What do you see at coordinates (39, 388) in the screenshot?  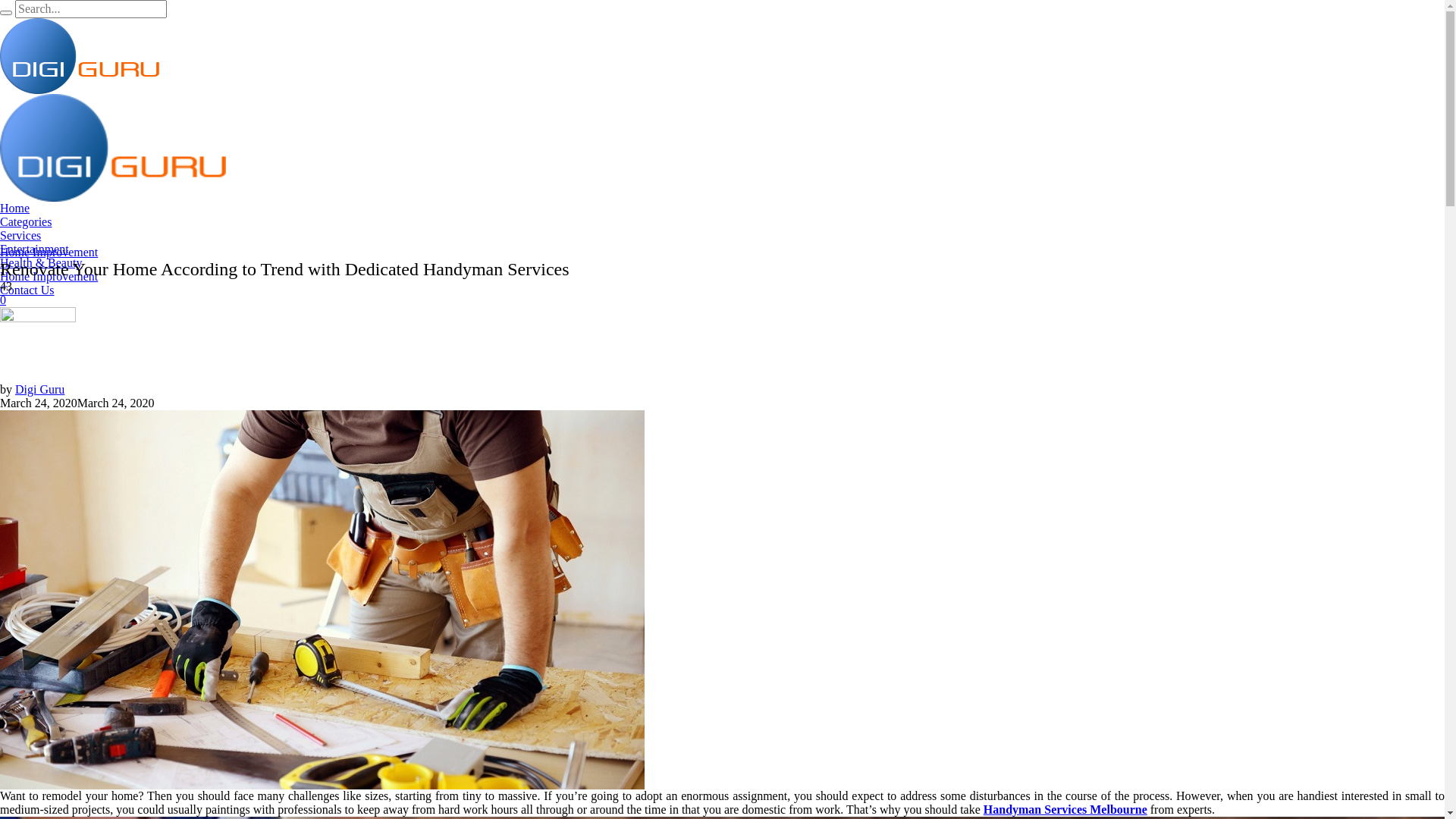 I see `'Digi Guru'` at bounding box center [39, 388].